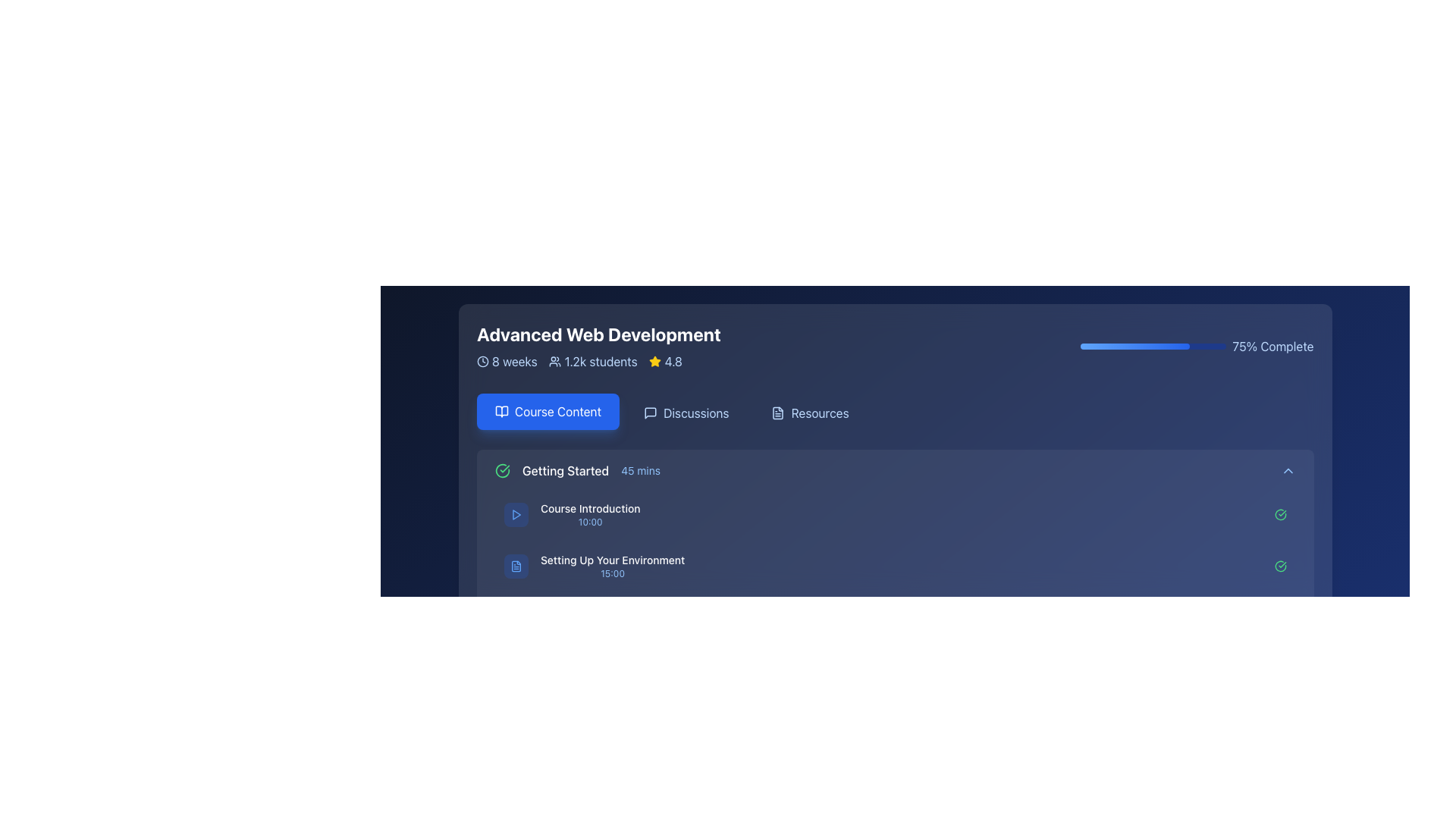  What do you see at coordinates (516, 513) in the screenshot?
I see `the blue play icon shaped like a triangle pointing to the right, located to the left of the 'Course Introduction' text, to play the content` at bounding box center [516, 513].